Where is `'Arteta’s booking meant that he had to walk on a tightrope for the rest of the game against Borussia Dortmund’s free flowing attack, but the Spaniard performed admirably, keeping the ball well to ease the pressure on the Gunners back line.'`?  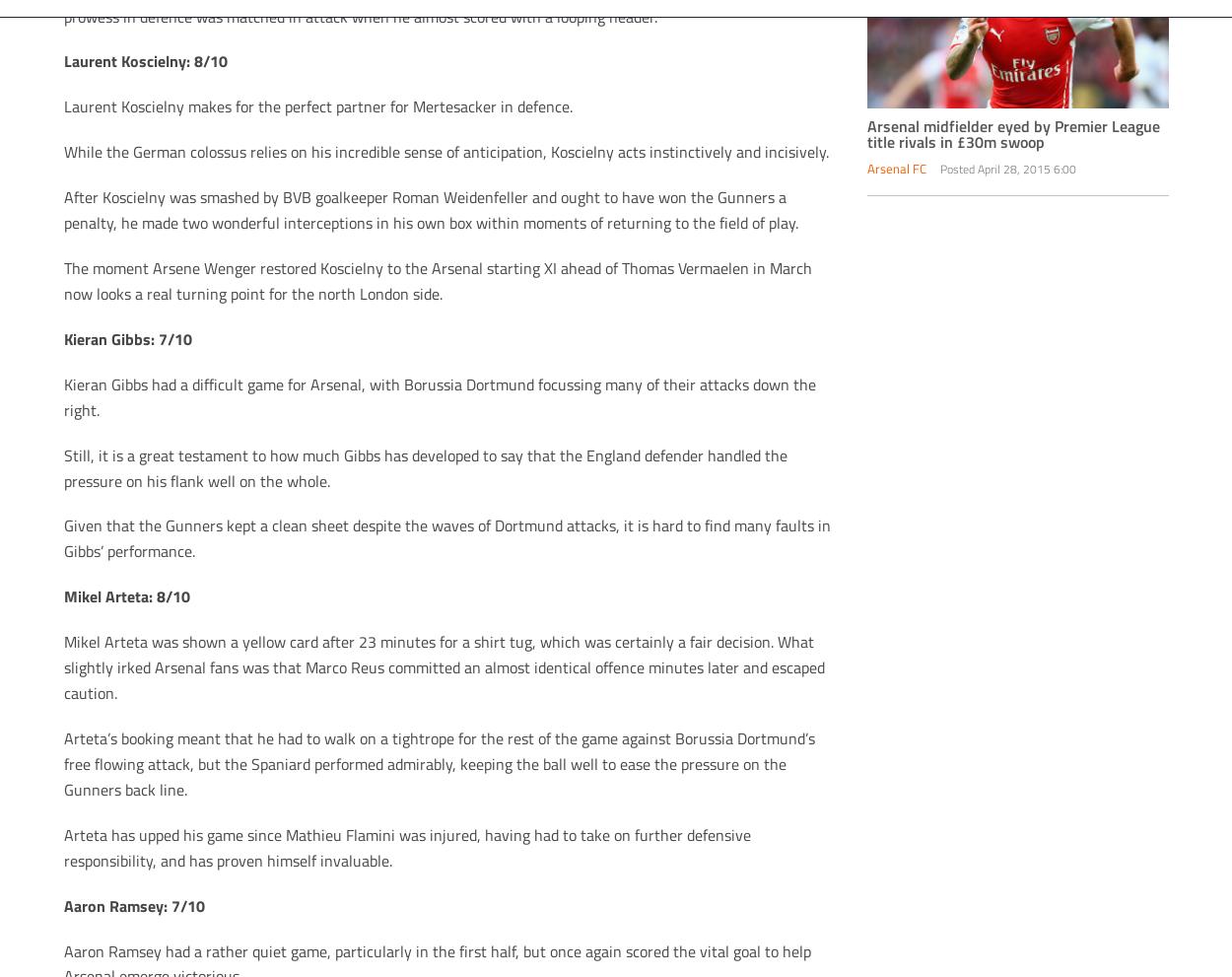
'Arteta’s booking meant that he had to walk on a tightrope for the rest of the game against Borussia Dortmund’s free flowing attack, but the Spaniard performed admirably, keeping the ball well to ease the pressure on the Gunners back line.' is located at coordinates (438, 763).